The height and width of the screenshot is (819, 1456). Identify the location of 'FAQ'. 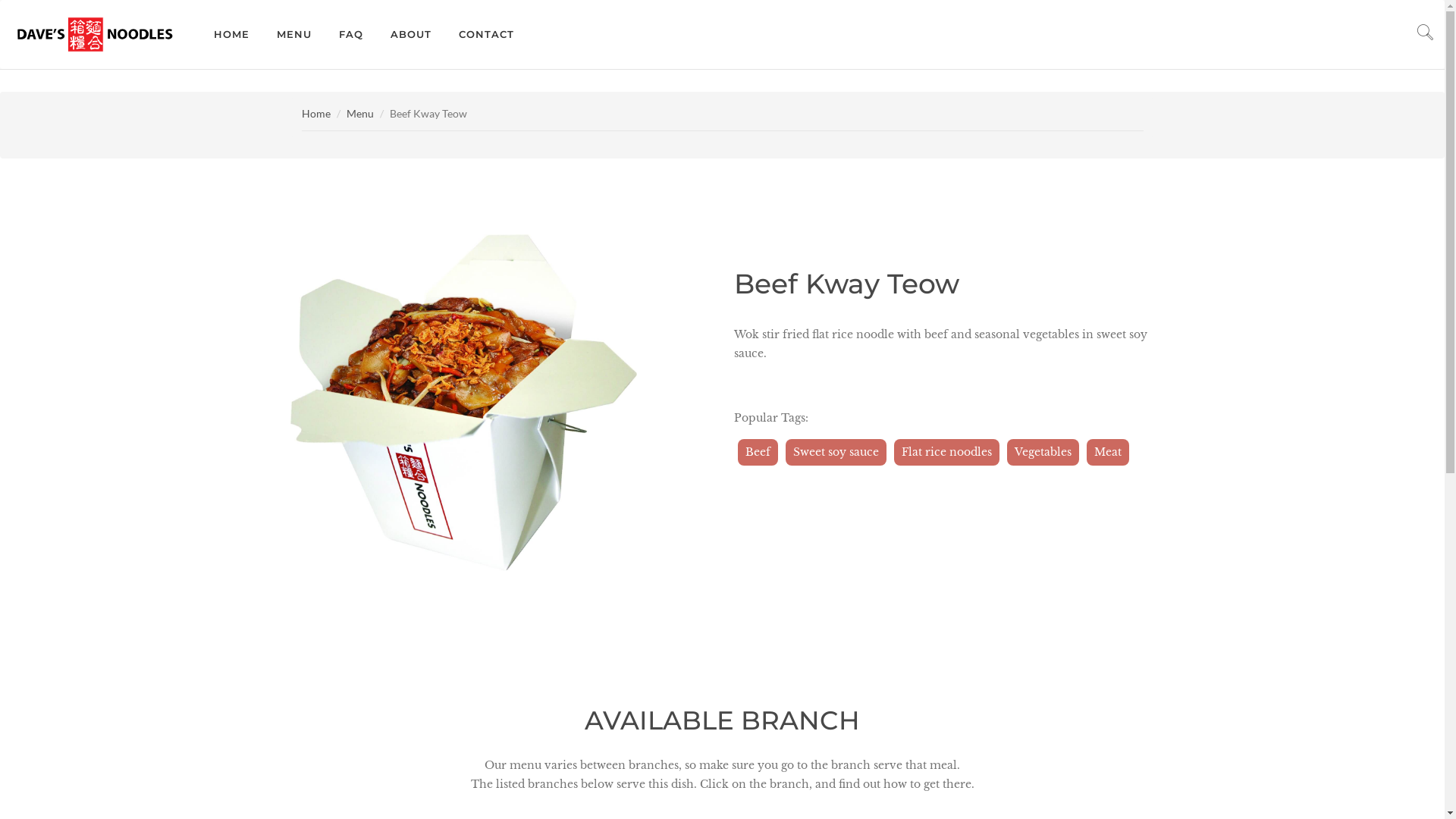
(350, 34).